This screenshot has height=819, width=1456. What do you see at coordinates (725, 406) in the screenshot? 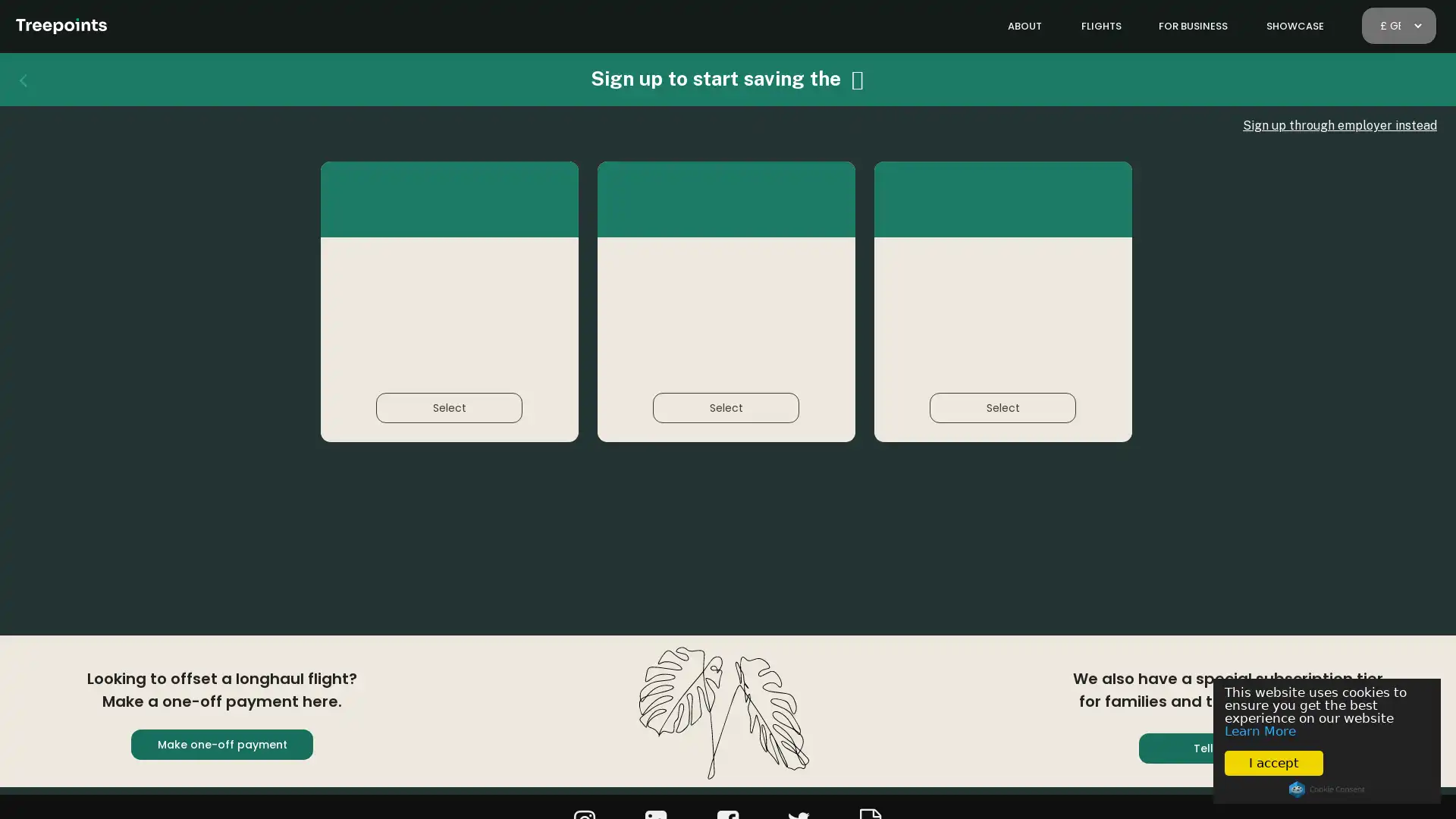
I see `Select` at bounding box center [725, 406].